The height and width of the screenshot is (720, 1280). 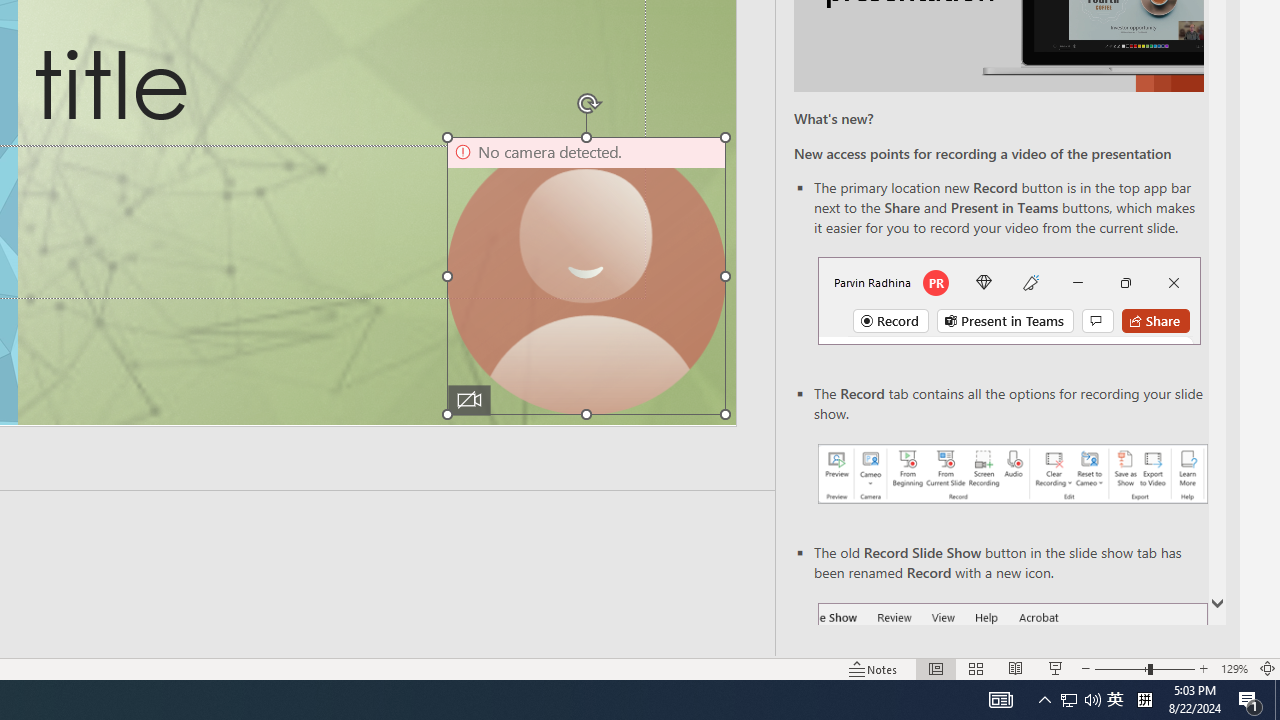 I want to click on 'Zoom 129%', so click(x=1233, y=669).